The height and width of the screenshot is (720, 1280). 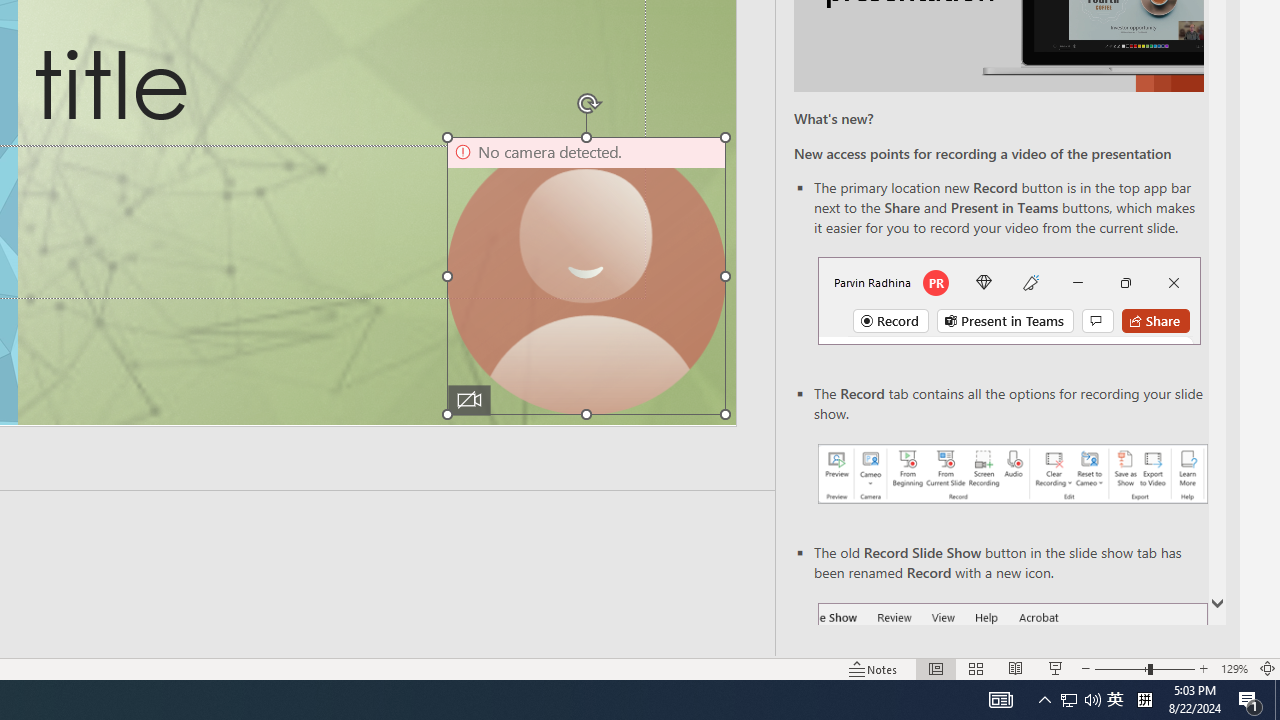 I want to click on 'Zoom 129%', so click(x=1233, y=669).